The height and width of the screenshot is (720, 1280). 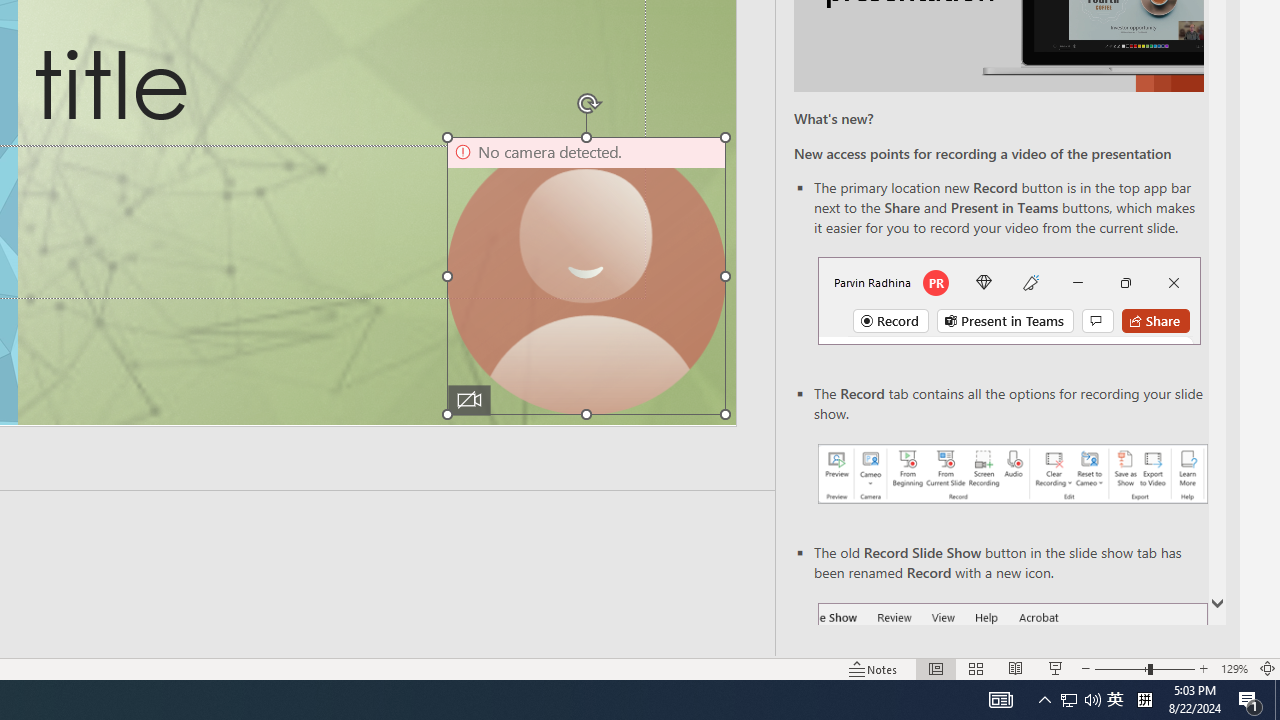 I want to click on 'Zoom 129%', so click(x=1233, y=669).